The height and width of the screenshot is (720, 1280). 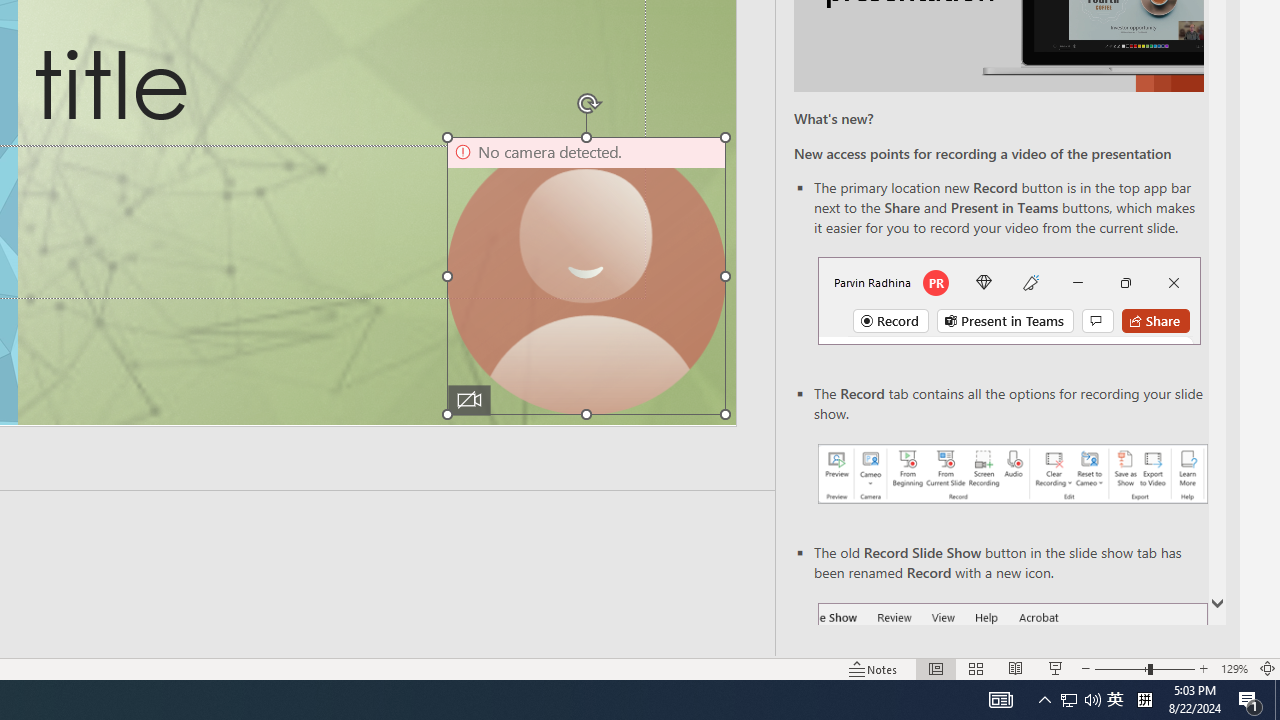 I want to click on 'Zoom 129%', so click(x=1233, y=669).